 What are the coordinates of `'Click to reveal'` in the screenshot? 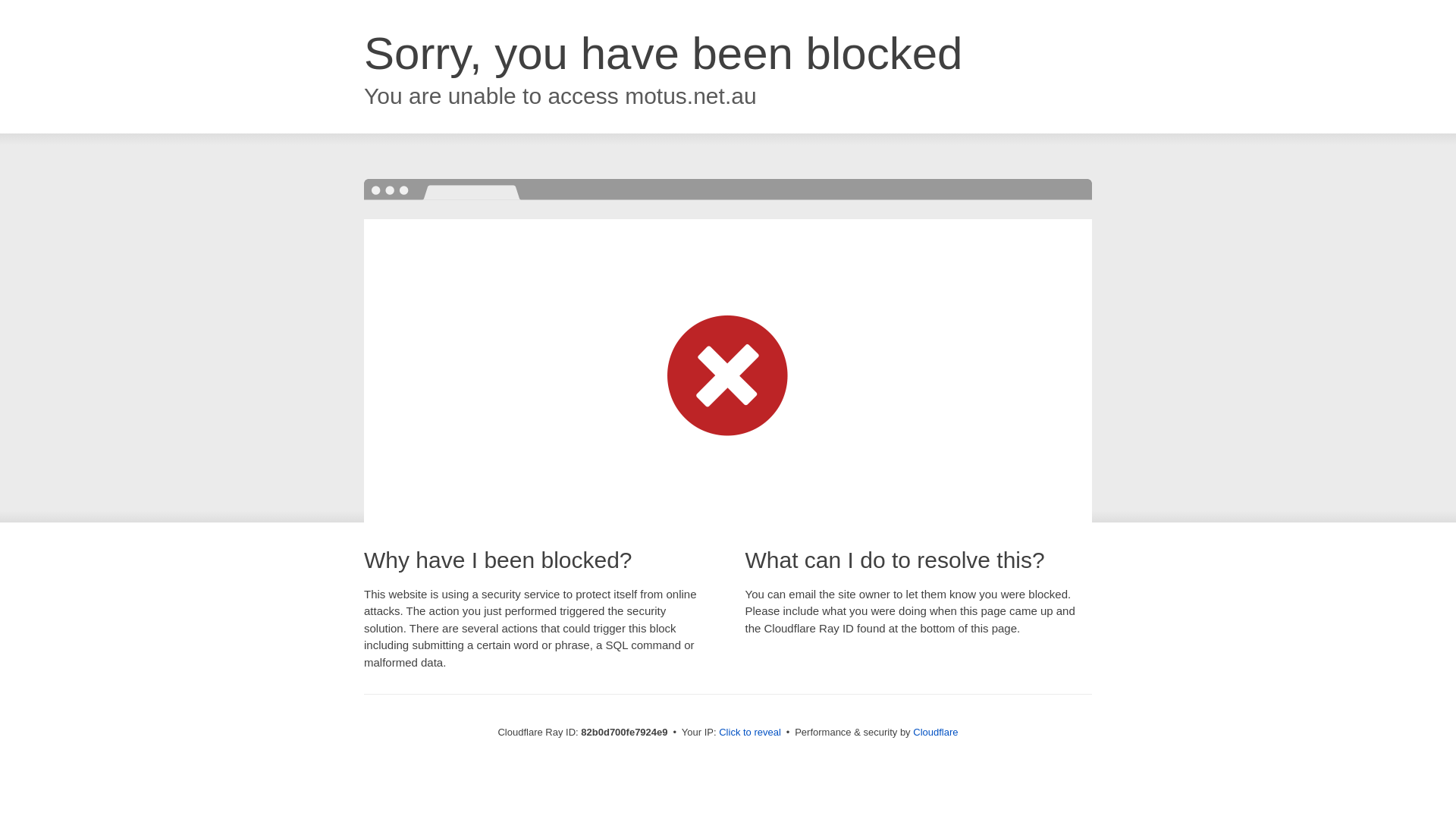 It's located at (749, 731).